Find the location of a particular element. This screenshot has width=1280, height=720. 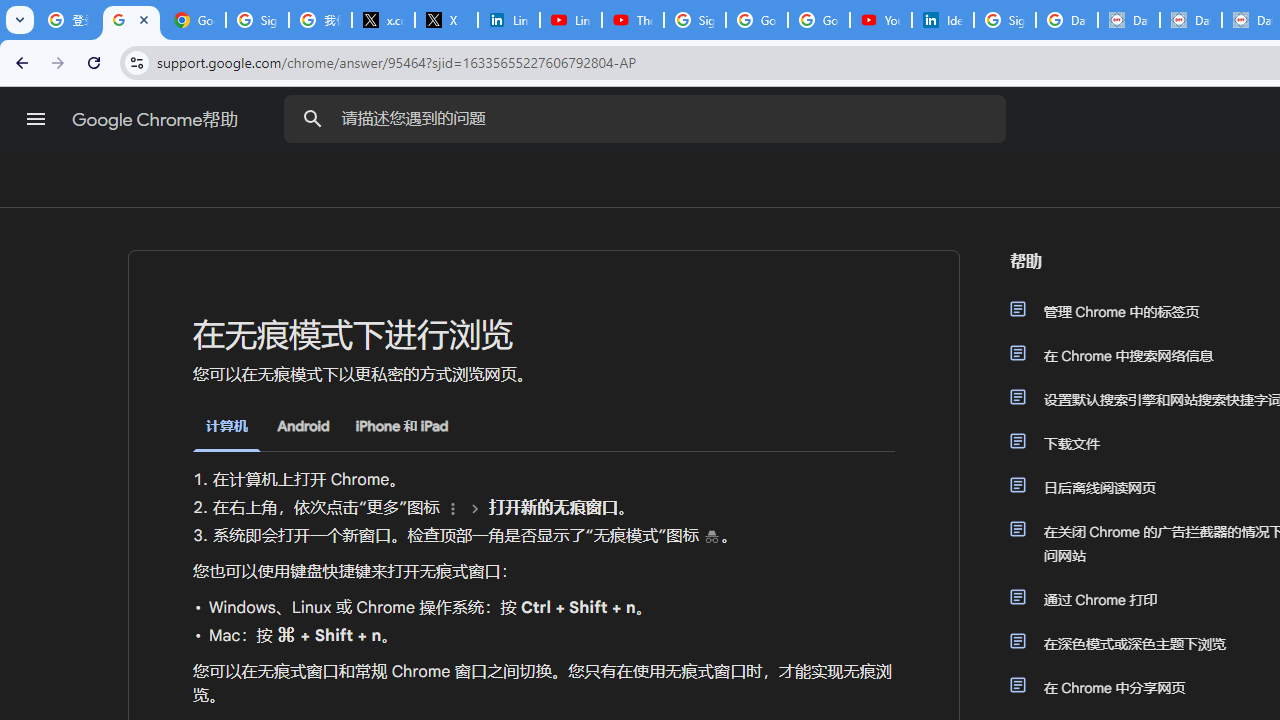

'Data Privacy Framework' is located at coordinates (1128, 20).